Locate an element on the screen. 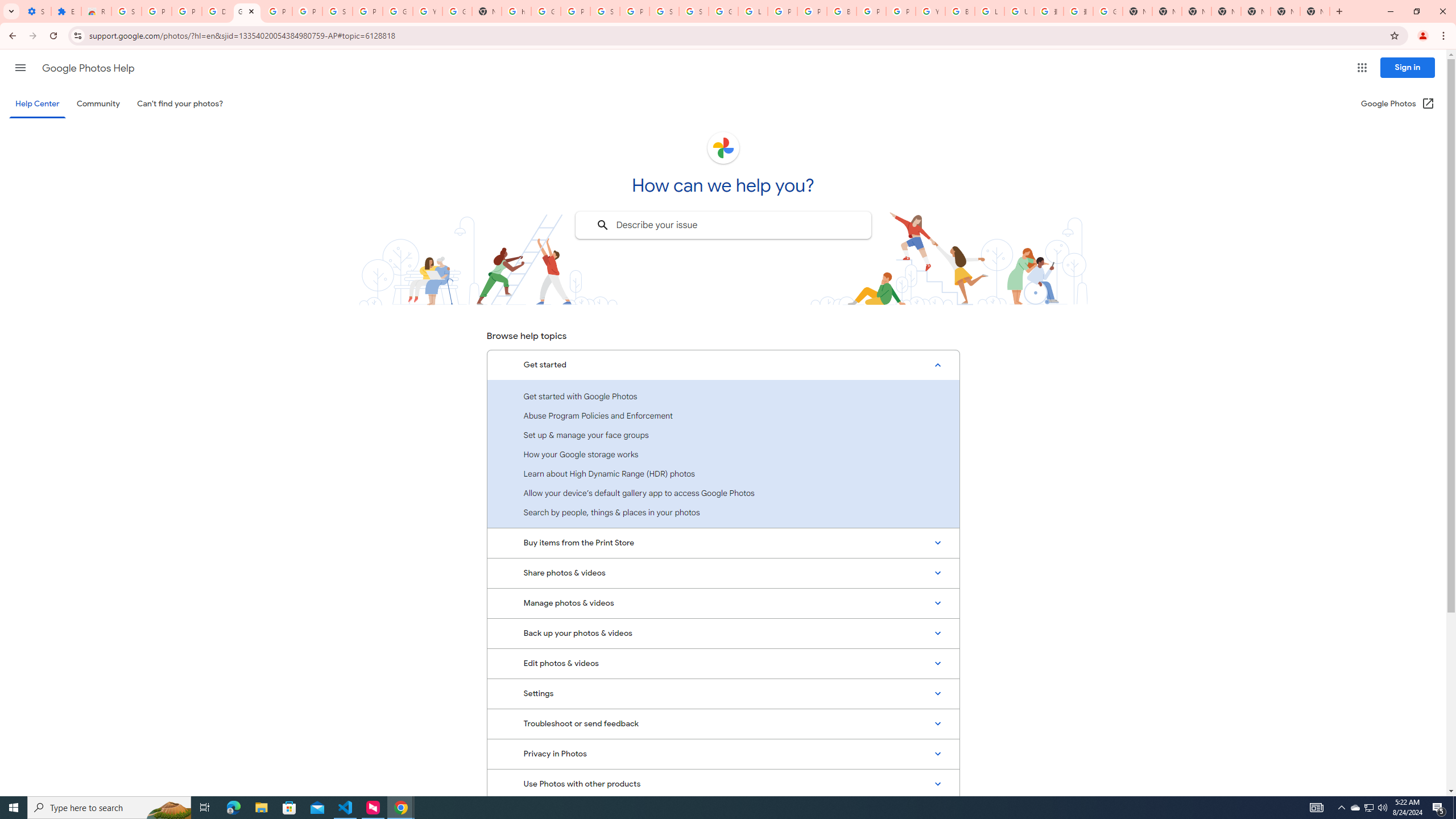  'Get started, Expanded list with 7 items' is located at coordinates (723, 365).